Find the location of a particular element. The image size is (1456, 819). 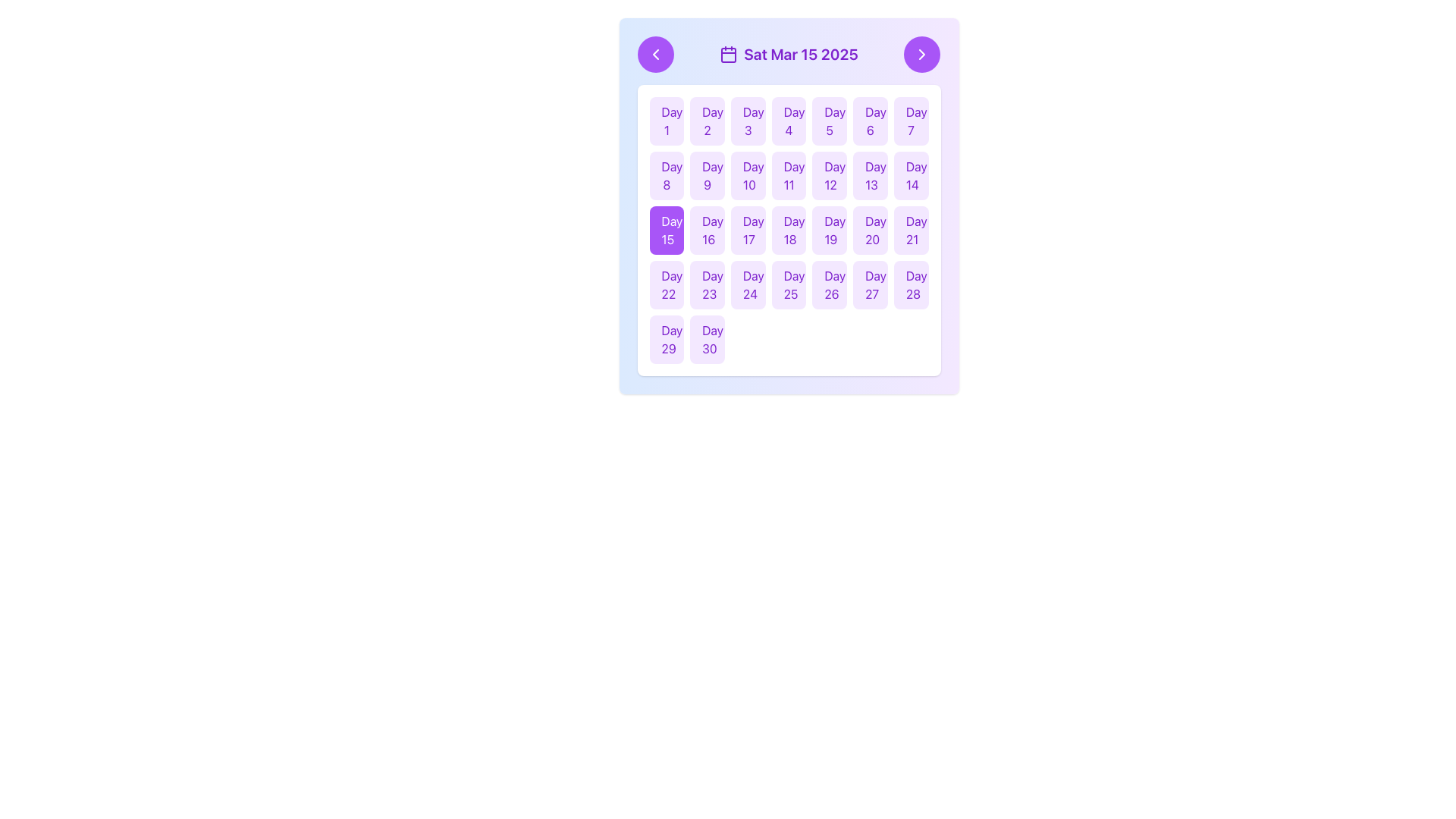

the date display text label with icon located at the top section of the calendar interface, positioned between the left and right navigation buttons is located at coordinates (789, 54).